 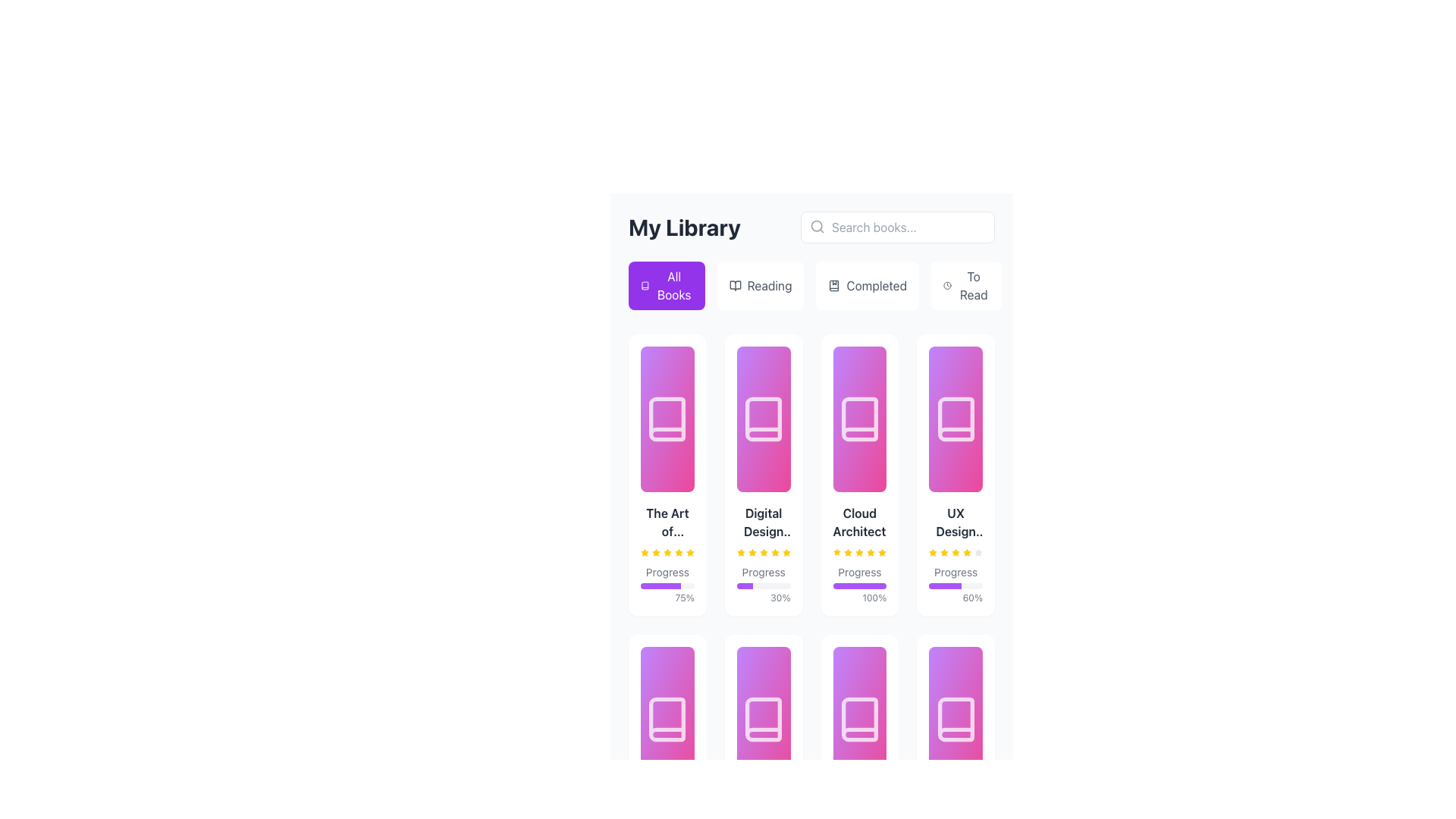 I want to click on the book icon with a simple outline design, located in the second row, first column of the grid layout, so click(x=667, y=718).